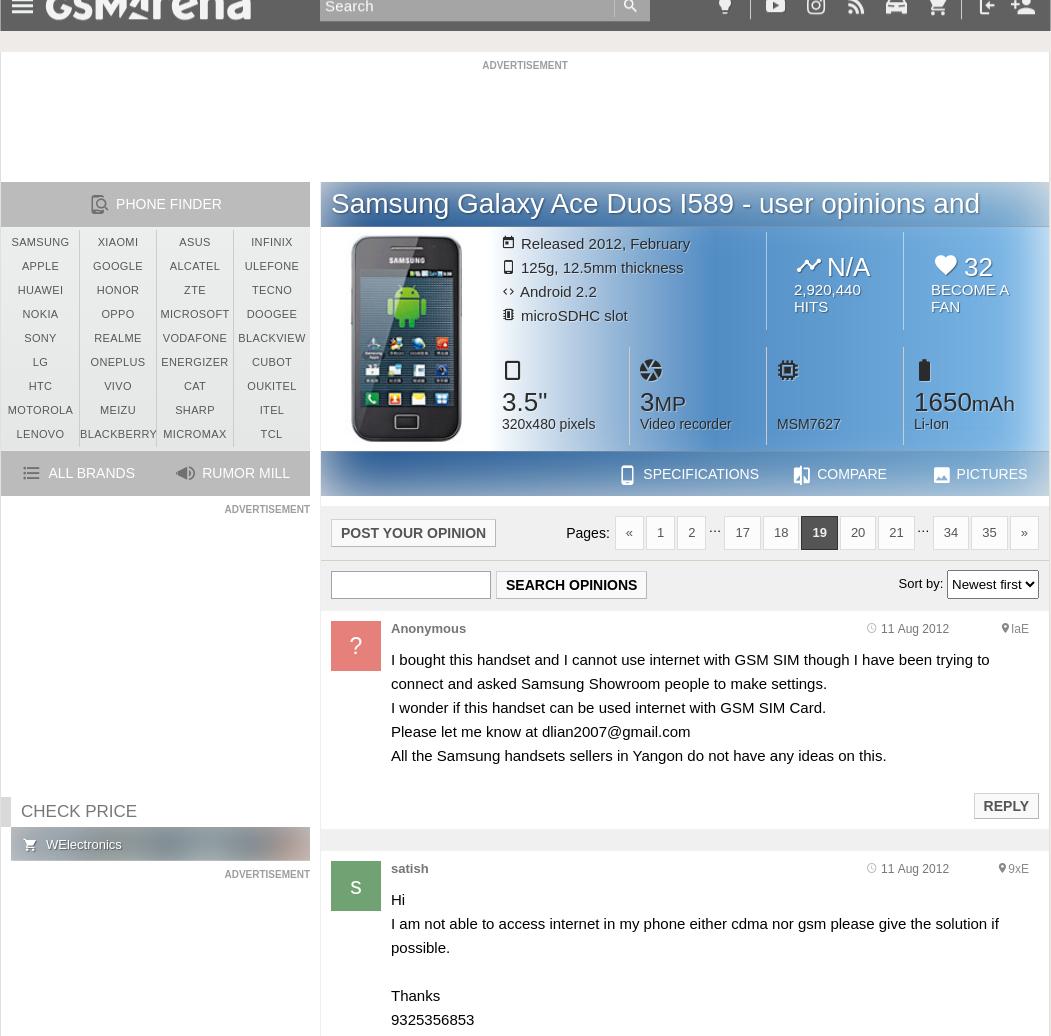  Describe the element at coordinates (271, 289) in the screenshot. I see `'Tecno'` at that location.